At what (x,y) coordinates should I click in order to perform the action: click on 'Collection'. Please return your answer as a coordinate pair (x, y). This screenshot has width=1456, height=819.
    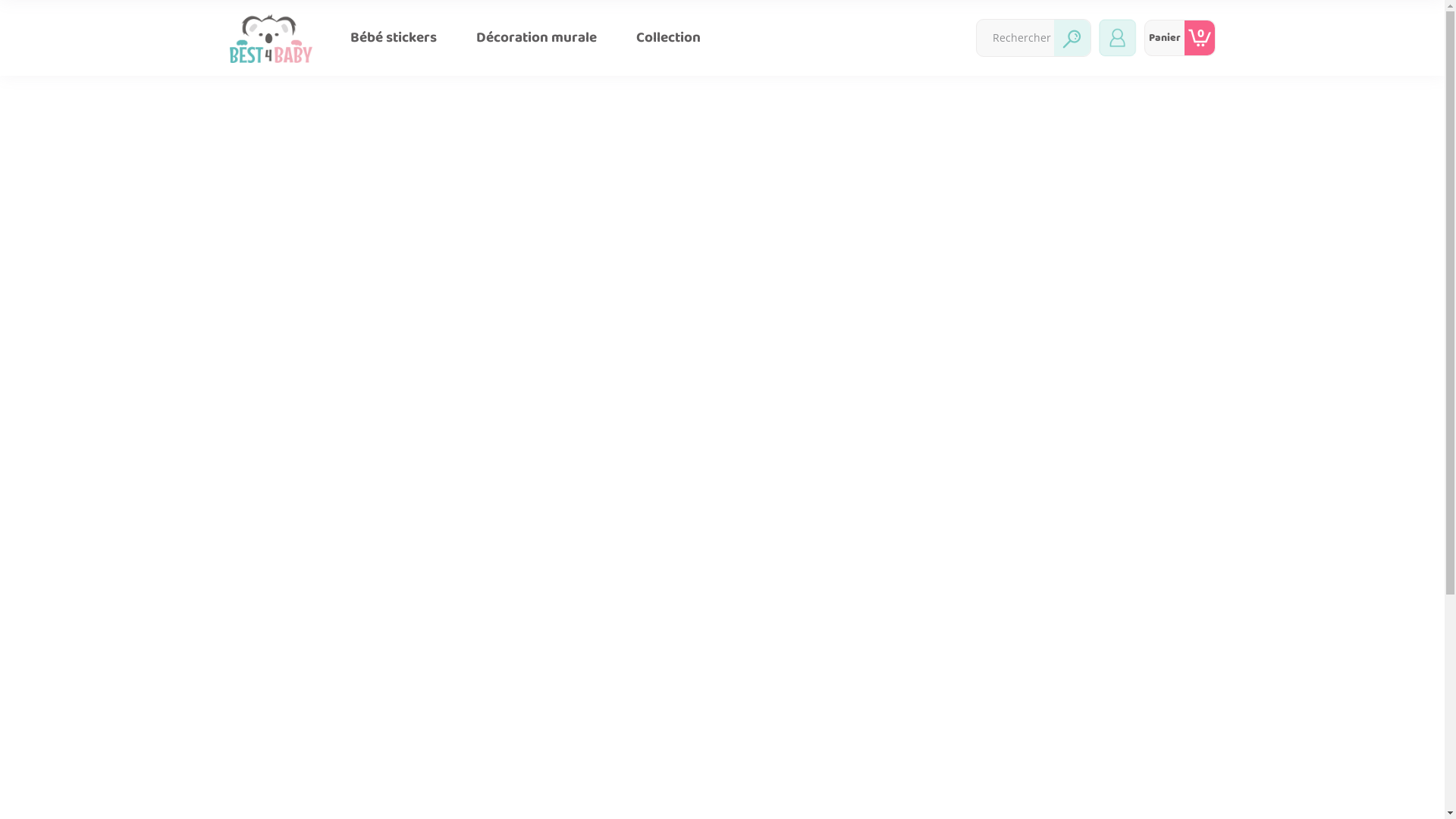
    Looking at the image, I should click on (667, 37).